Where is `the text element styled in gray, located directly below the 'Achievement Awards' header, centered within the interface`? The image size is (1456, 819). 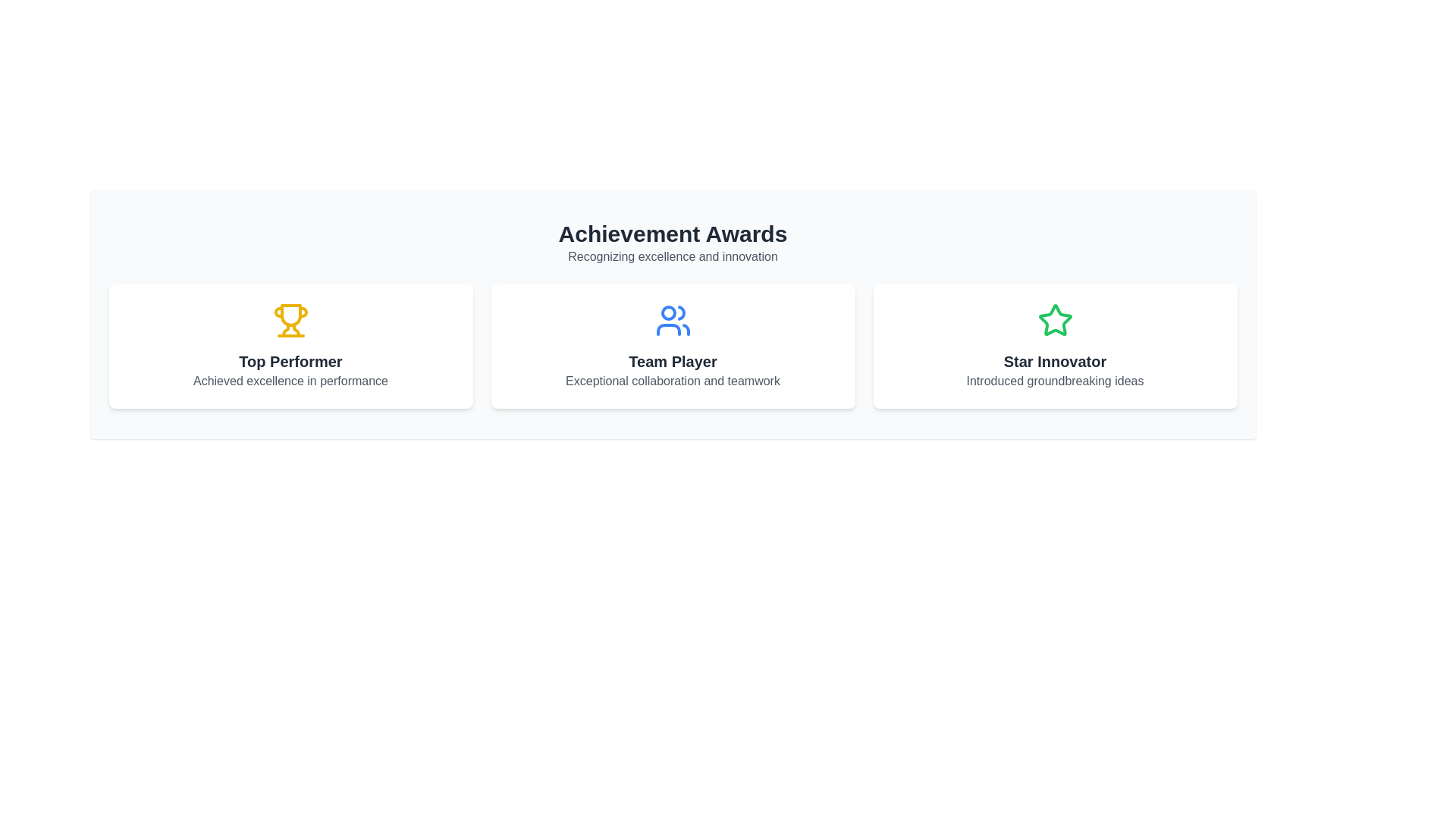
the text element styled in gray, located directly below the 'Achievement Awards' header, centered within the interface is located at coordinates (672, 256).